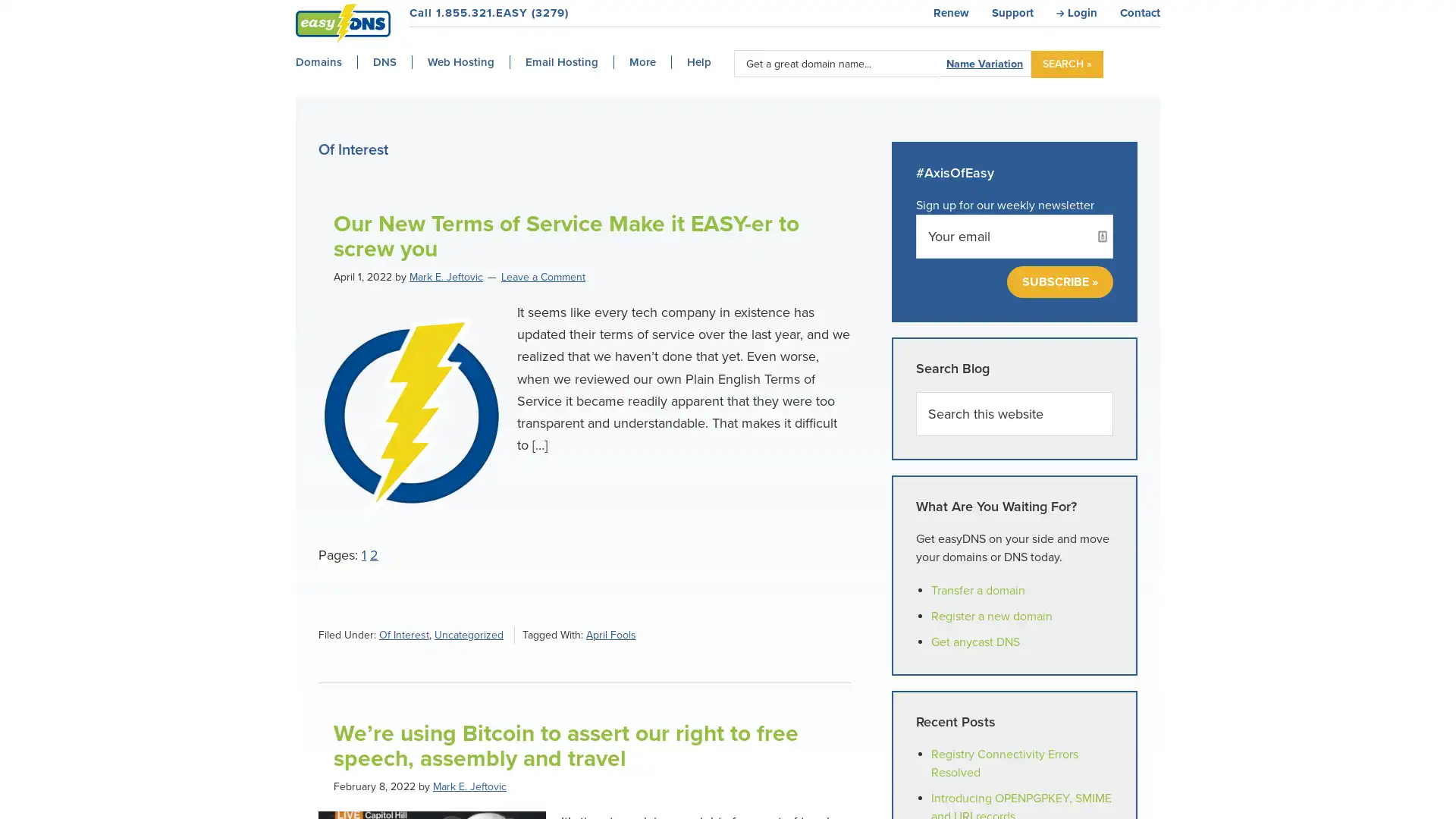 Image resolution: width=1456 pixels, height=819 pixels. I want to click on SEARCH, so click(1066, 63).